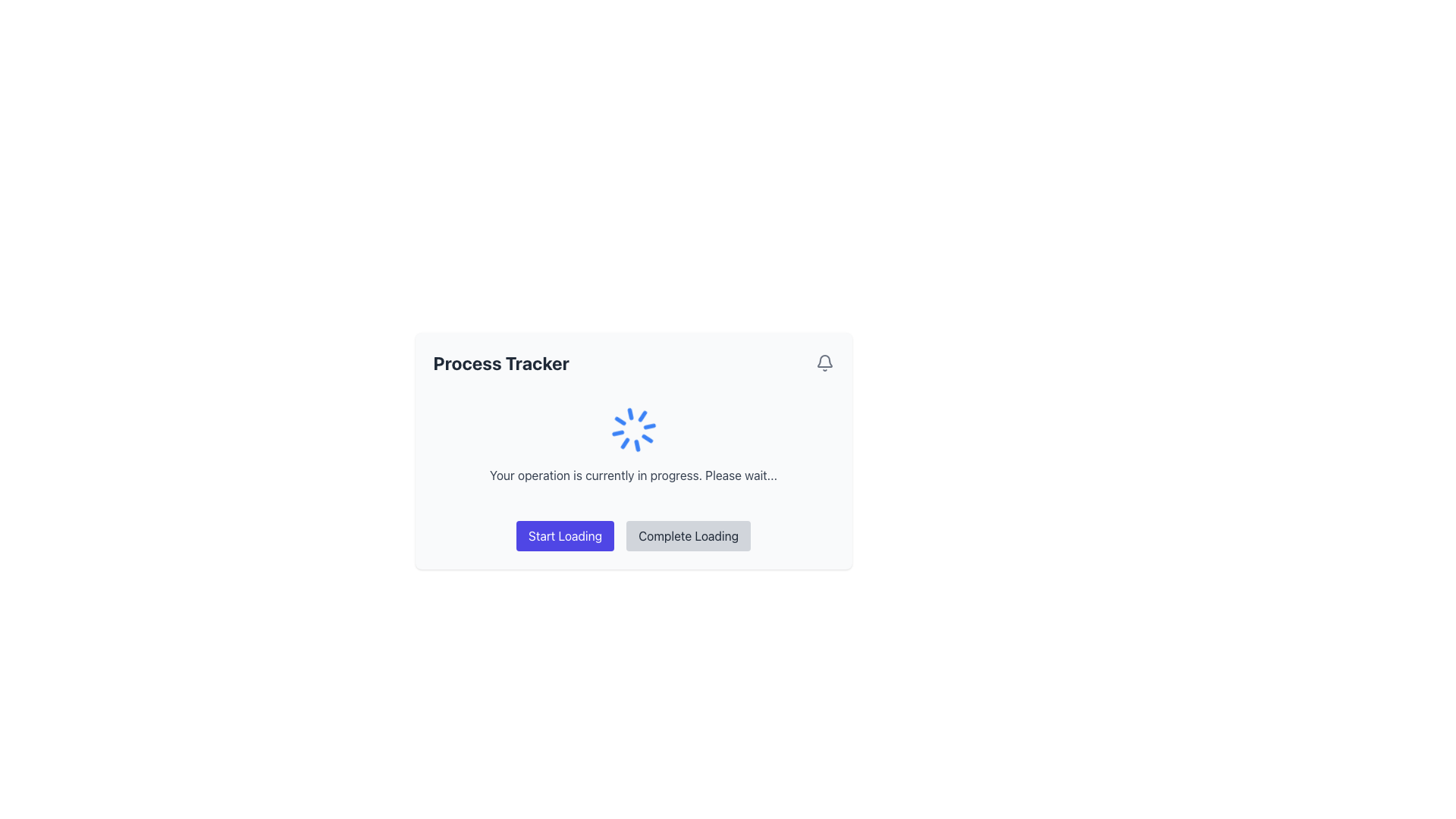 This screenshot has width=1456, height=819. I want to click on the circular animated Loader icon, which is light blue and indicates loading or processing, located at the center of the user interface, so click(633, 430).